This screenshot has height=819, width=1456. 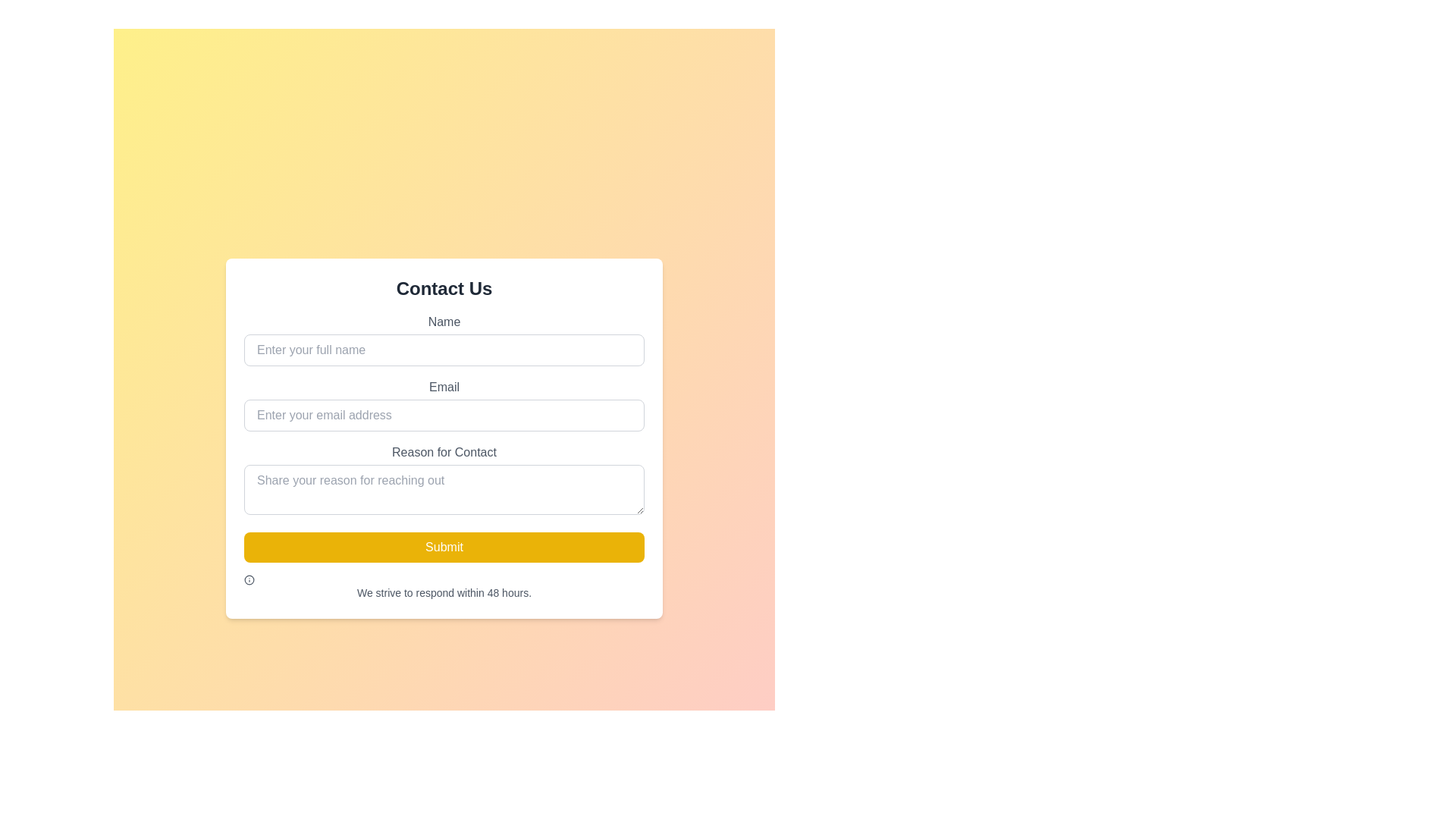 I want to click on the label element that displays the text 'Name', which is styled in medium-gray font and positioned above the text input field in the 'Contact Us' form layout, so click(x=443, y=321).